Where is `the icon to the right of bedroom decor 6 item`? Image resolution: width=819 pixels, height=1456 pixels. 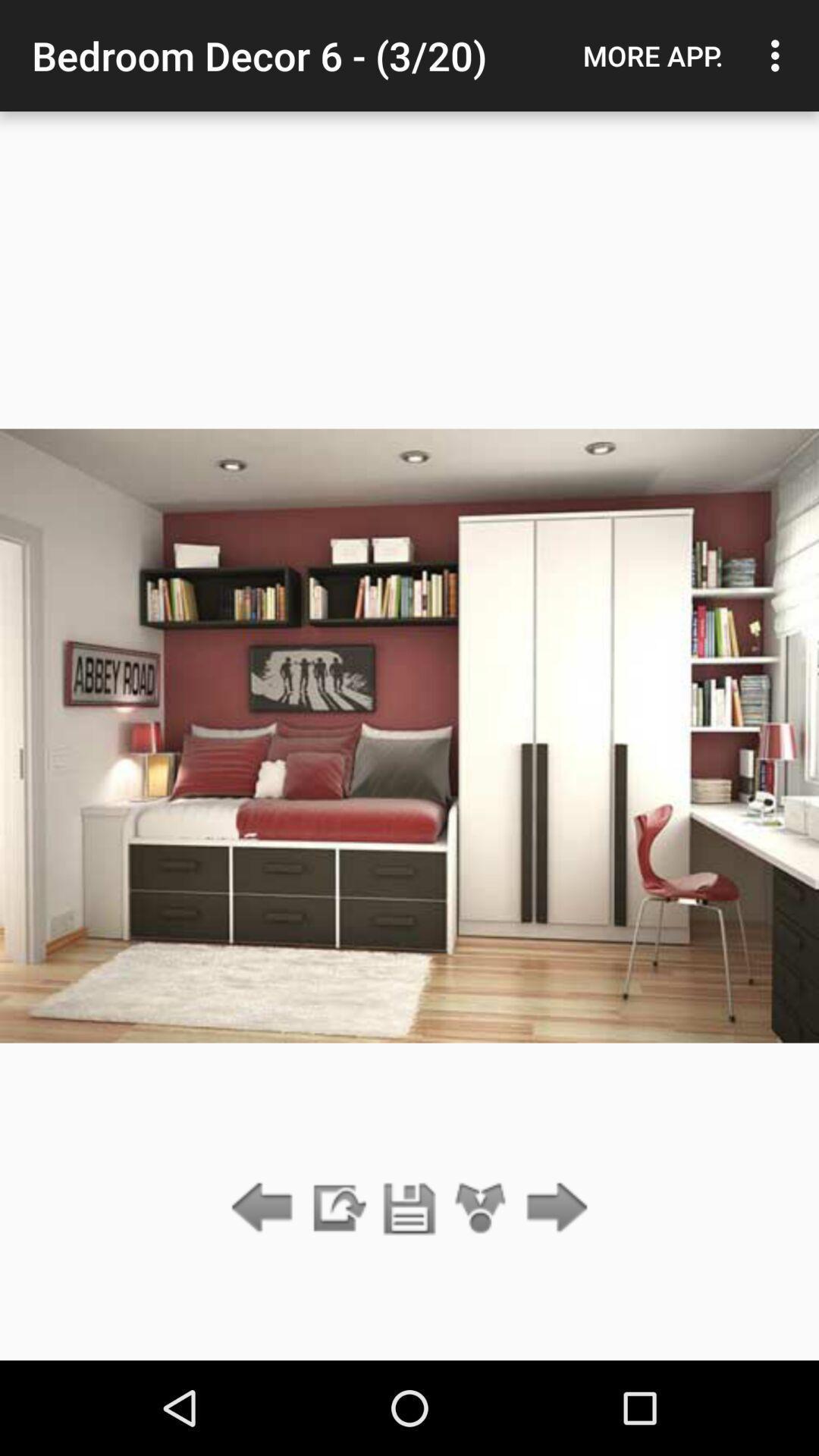
the icon to the right of bedroom decor 6 item is located at coordinates (652, 55).